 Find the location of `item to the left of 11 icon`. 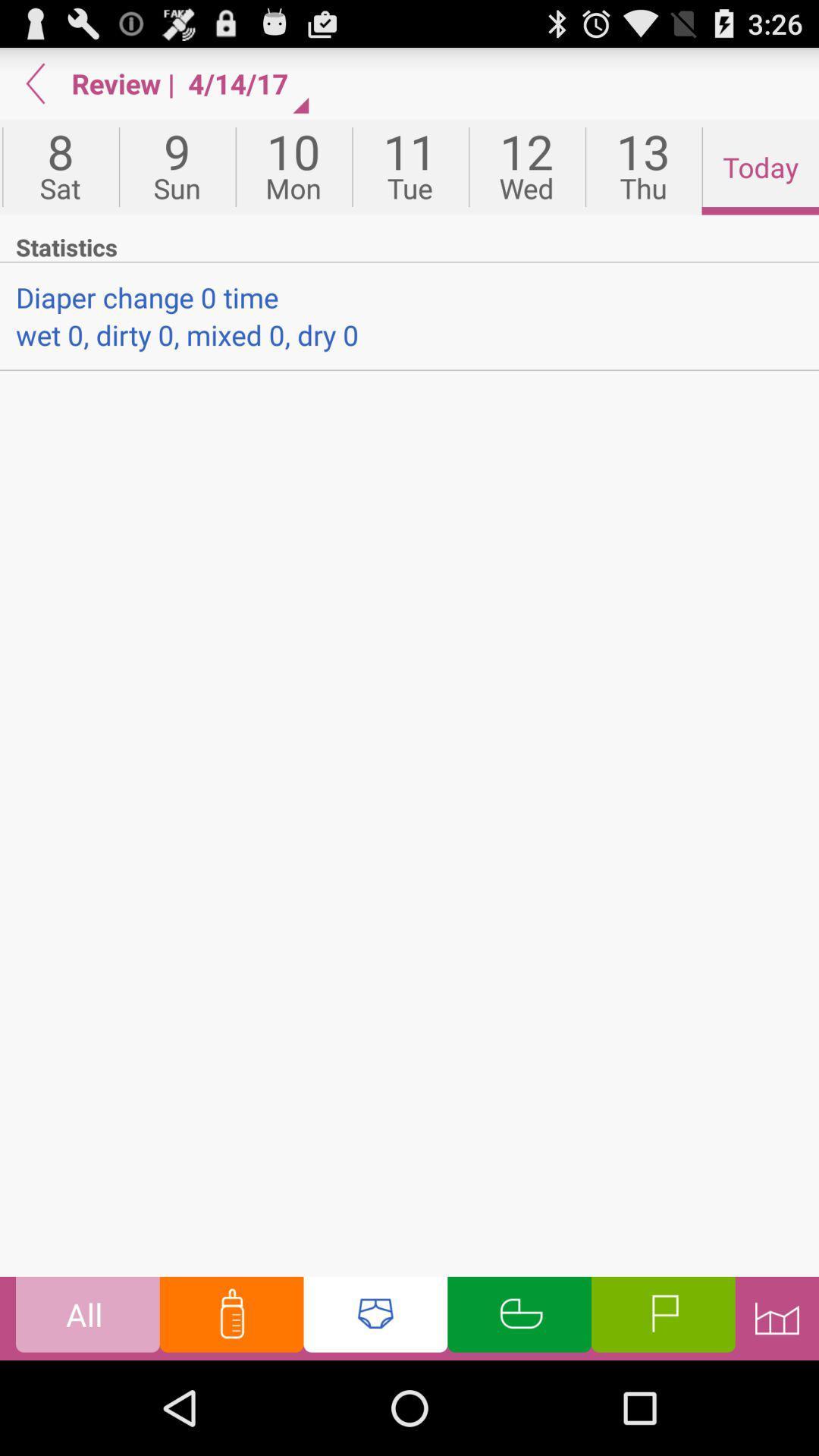

item to the left of 11 icon is located at coordinates (293, 167).